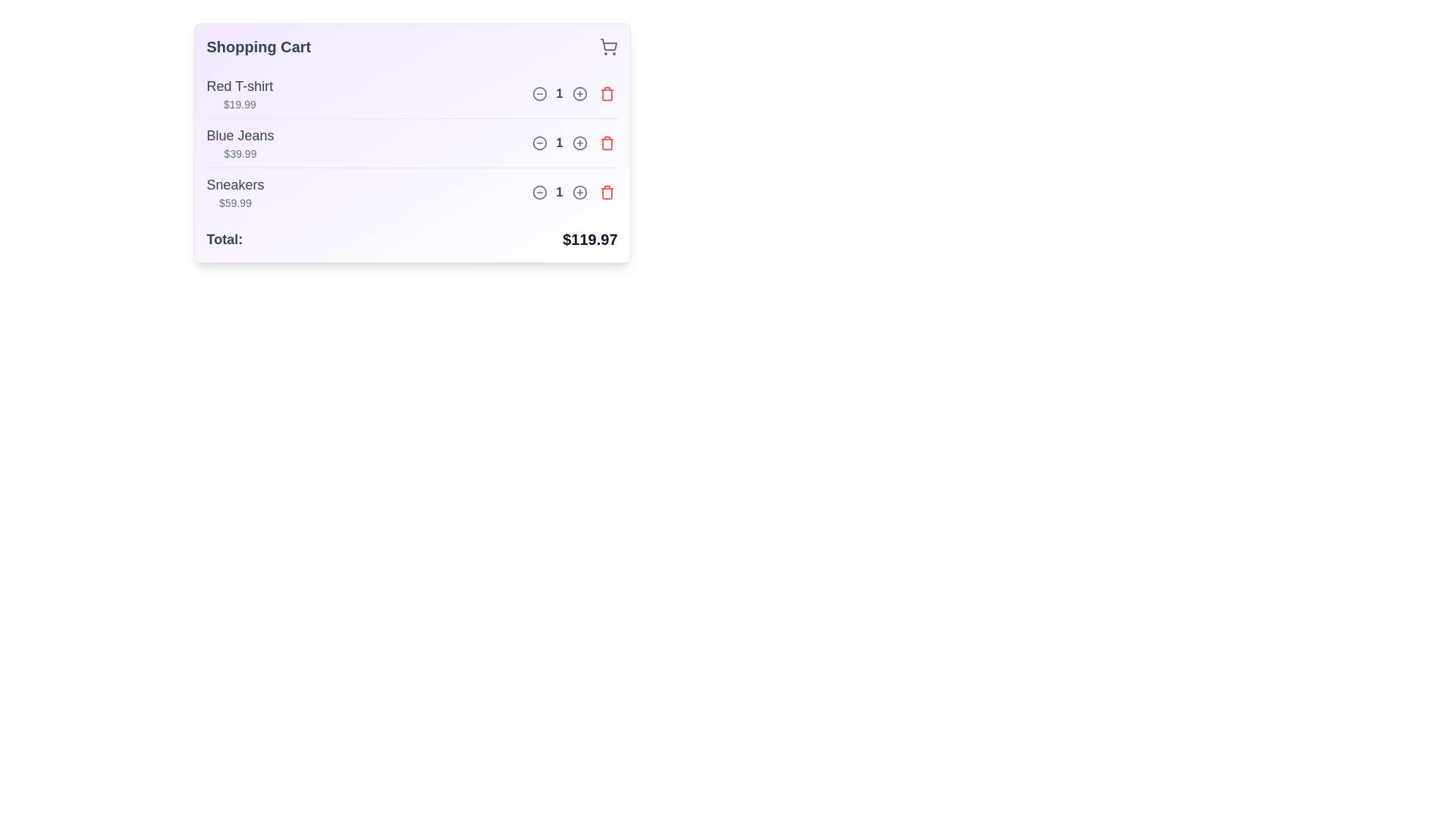 The width and height of the screenshot is (1456, 819). Describe the element at coordinates (539, 143) in the screenshot. I see `the circular icon for the 'Blue Jeans' item in the shopping cart, which features a circular outer line with a smaller red circular area, positioned before the increment button` at that location.